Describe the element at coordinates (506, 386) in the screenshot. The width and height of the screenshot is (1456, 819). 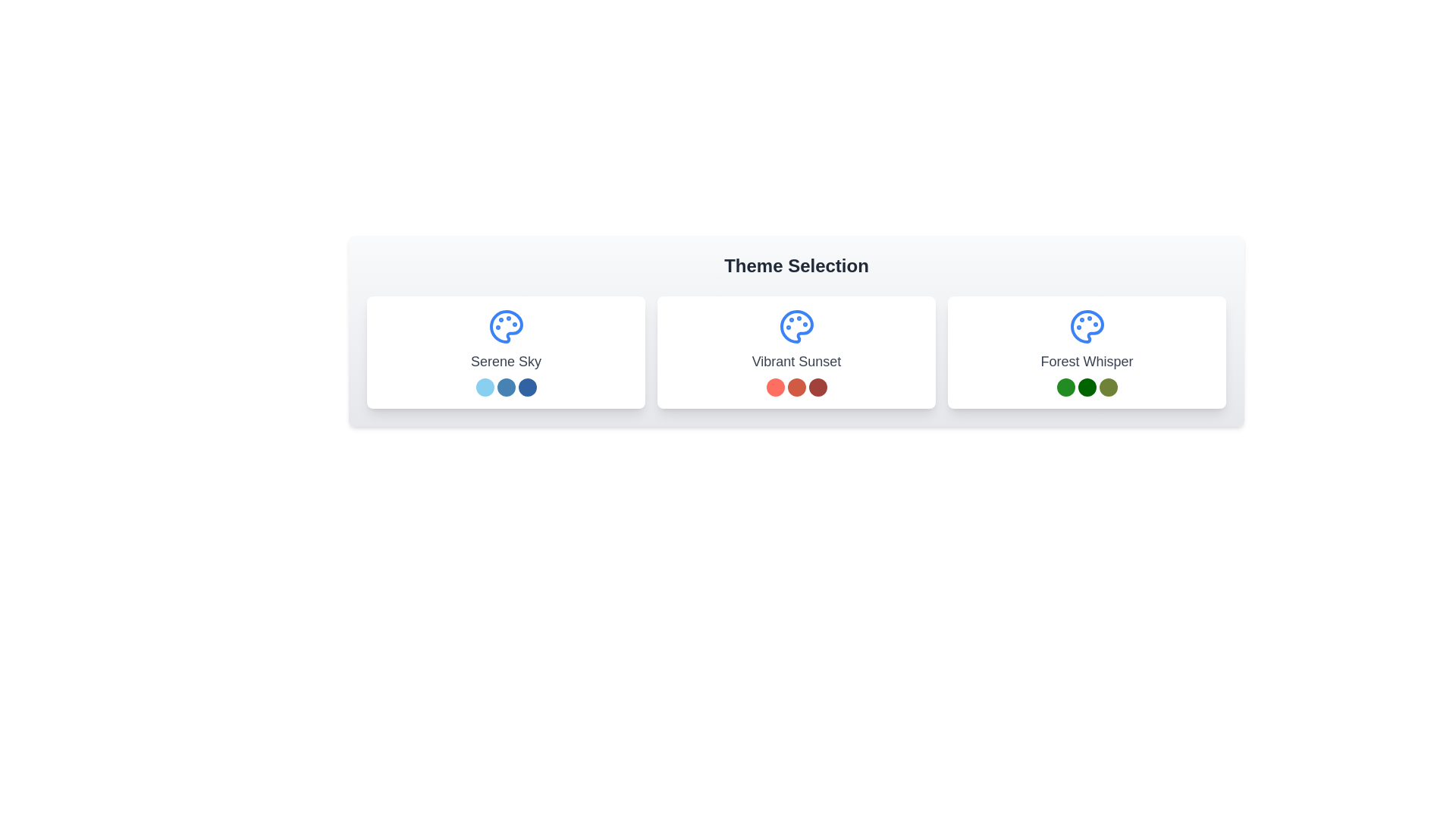
I see `the second color indicator button for the 'Serene Sky' theme, which is a decorative element located between the light blue and navy blue circles` at that location.